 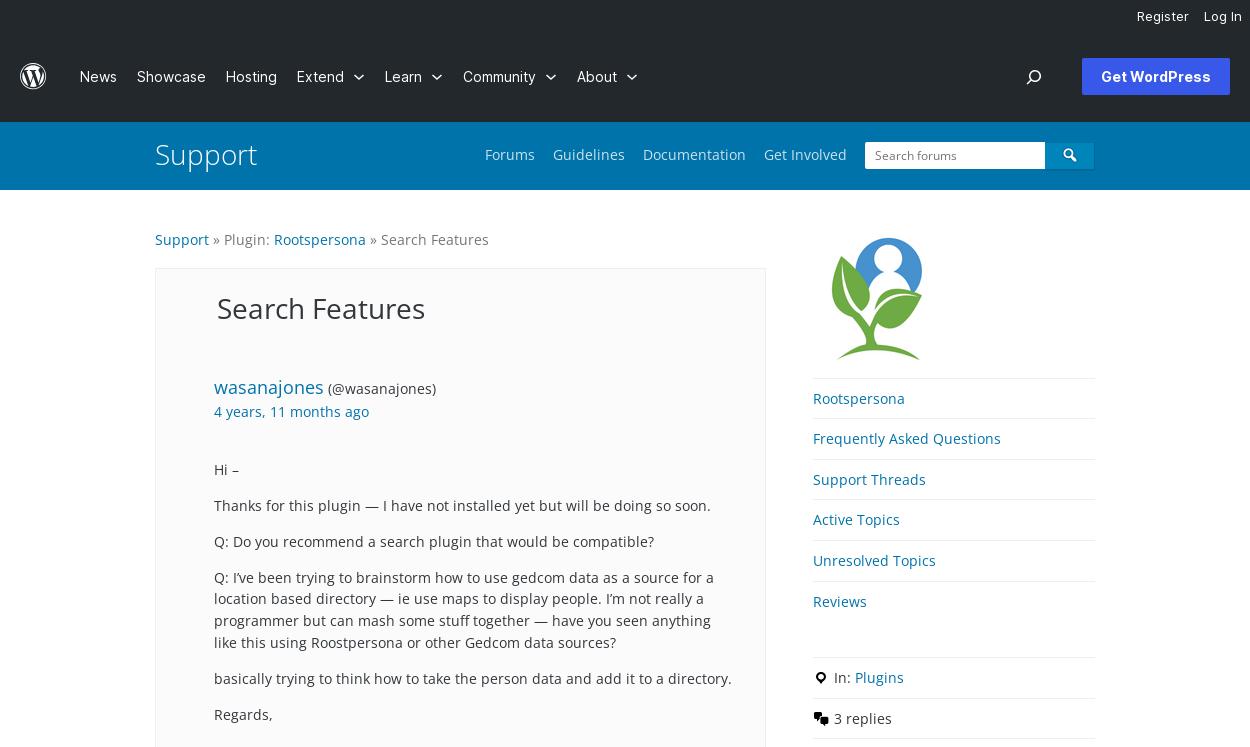 I want to click on 'wasanajones', so click(x=269, y=386).